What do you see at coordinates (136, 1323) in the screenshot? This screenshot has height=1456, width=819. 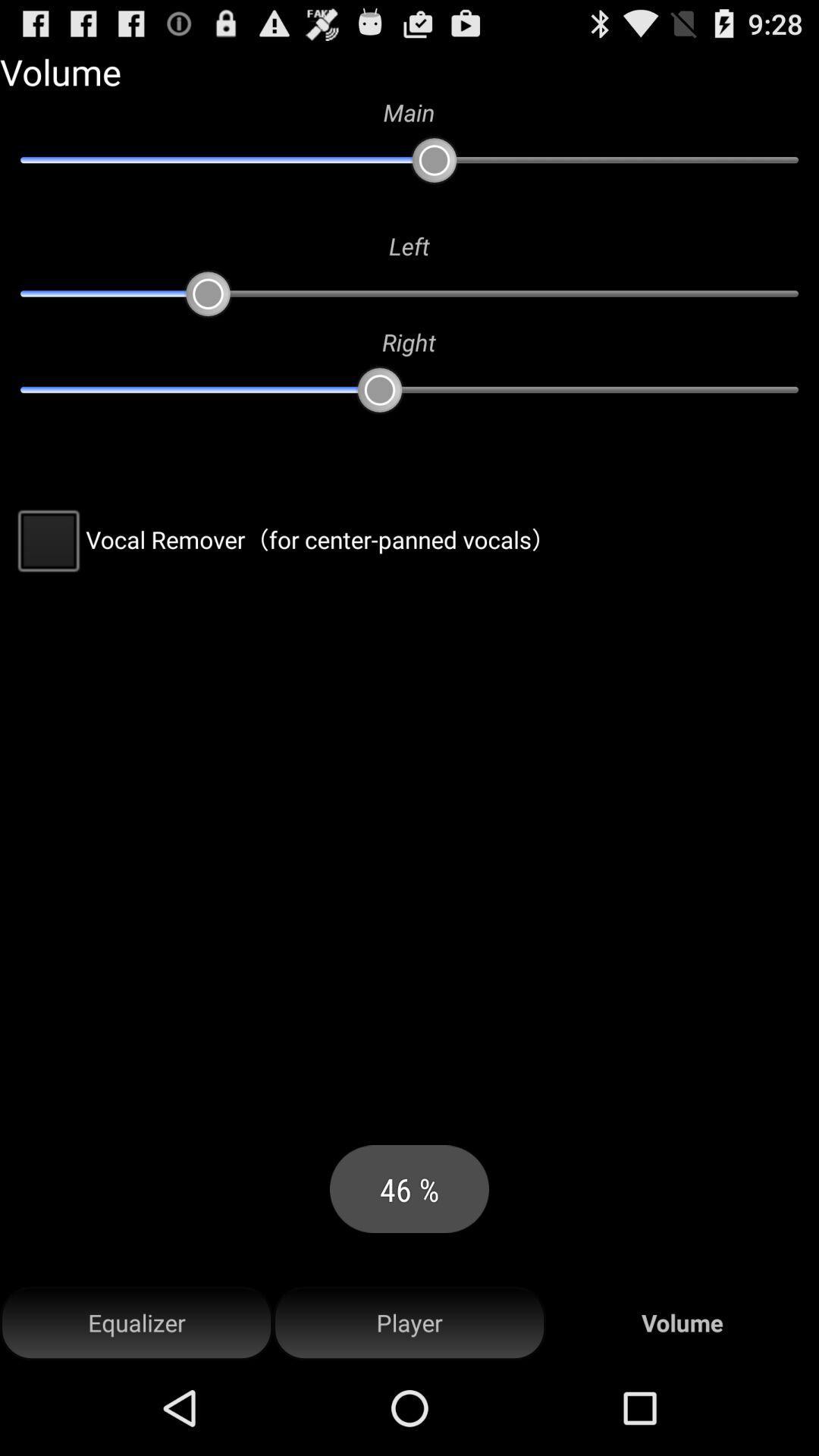 I see `the equalizer at the bottom left corner` at bounding box center [136, 1323].